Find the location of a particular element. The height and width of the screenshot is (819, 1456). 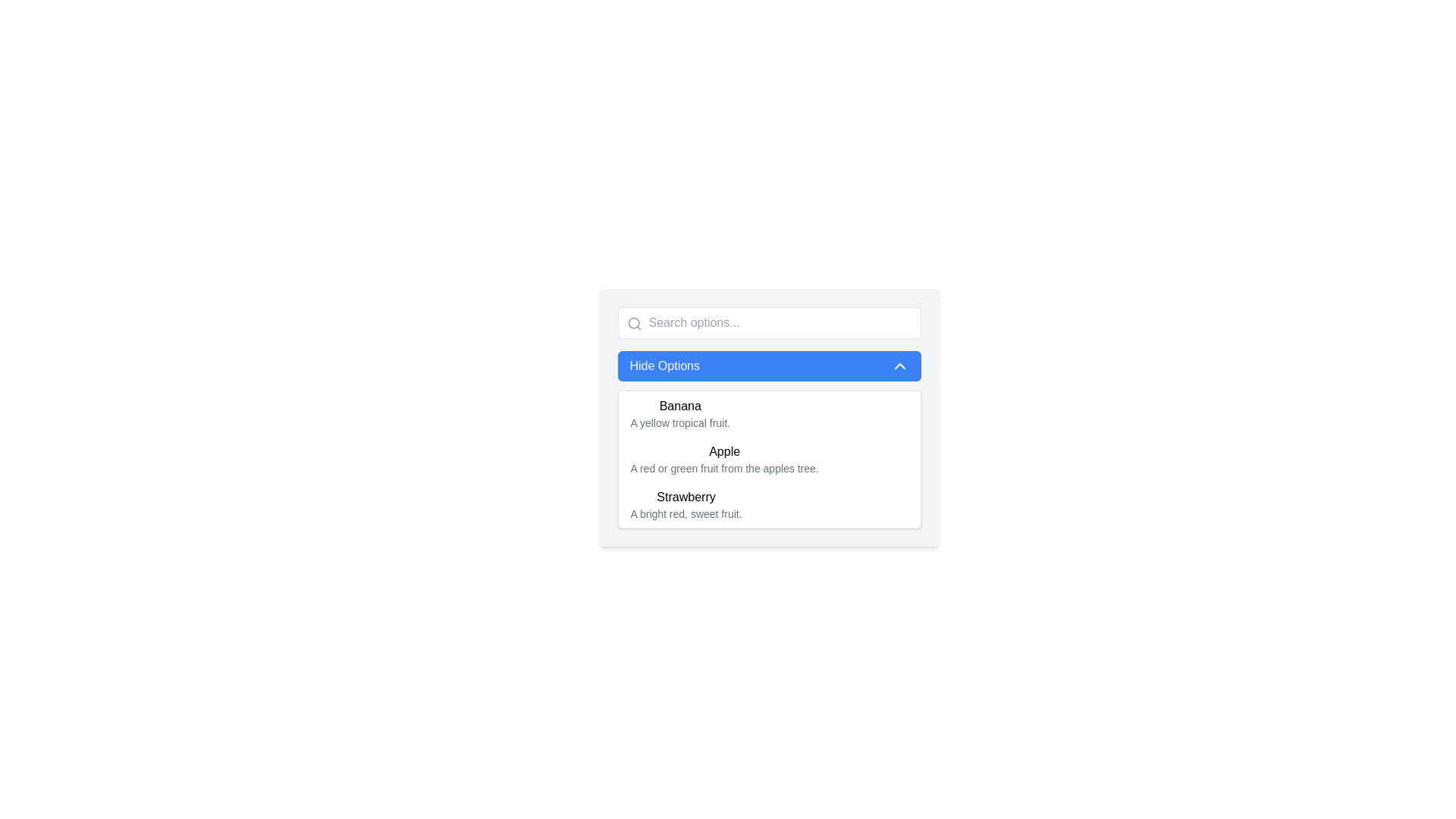

the bold text label displaying 'Strawberry' in the dropdown list under the 'Hide Options' header is located at coordinates (686, 497).